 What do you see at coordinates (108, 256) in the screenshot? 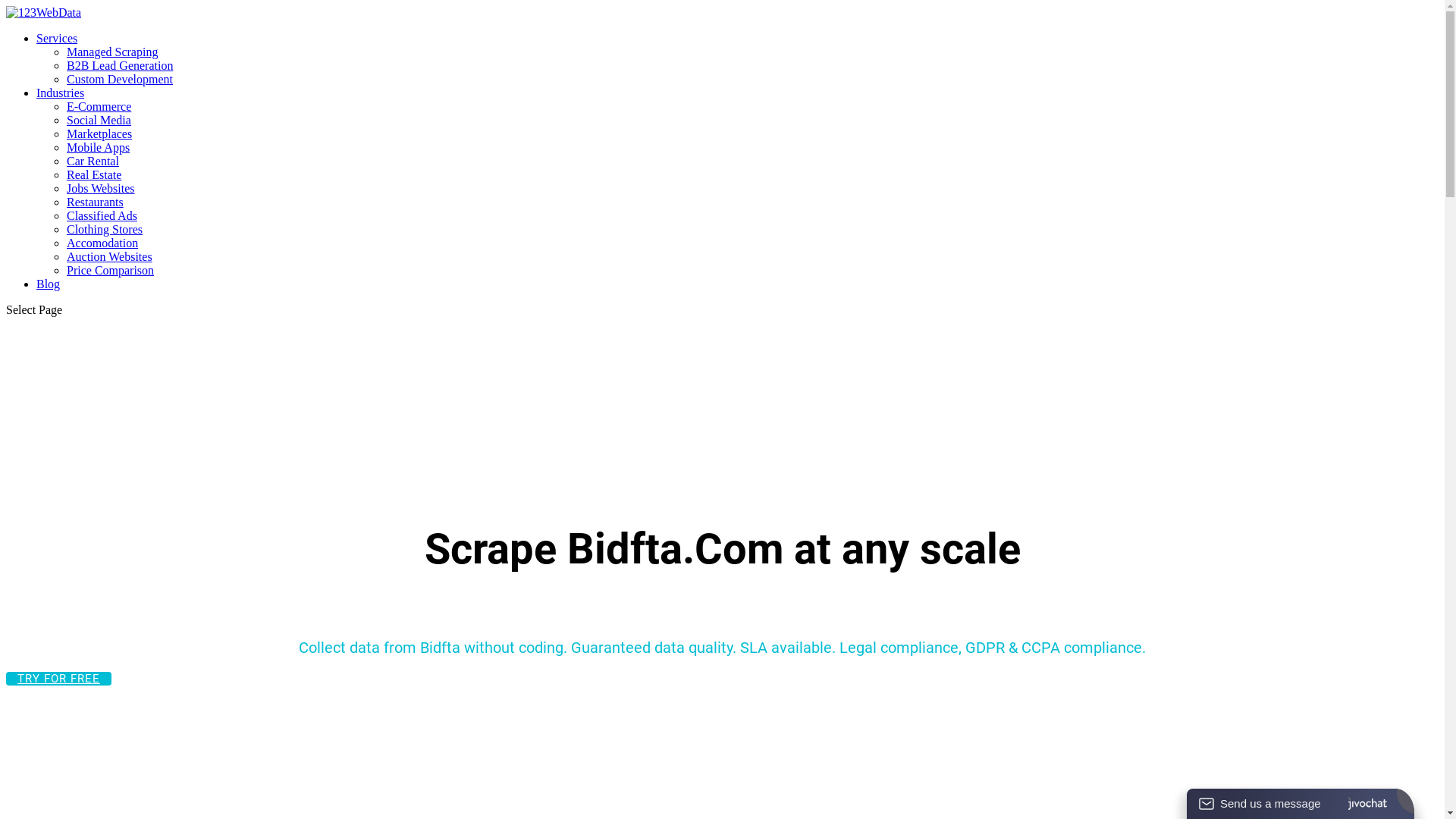
I see `'Auction Websites'` at bounding box center [108, 256].